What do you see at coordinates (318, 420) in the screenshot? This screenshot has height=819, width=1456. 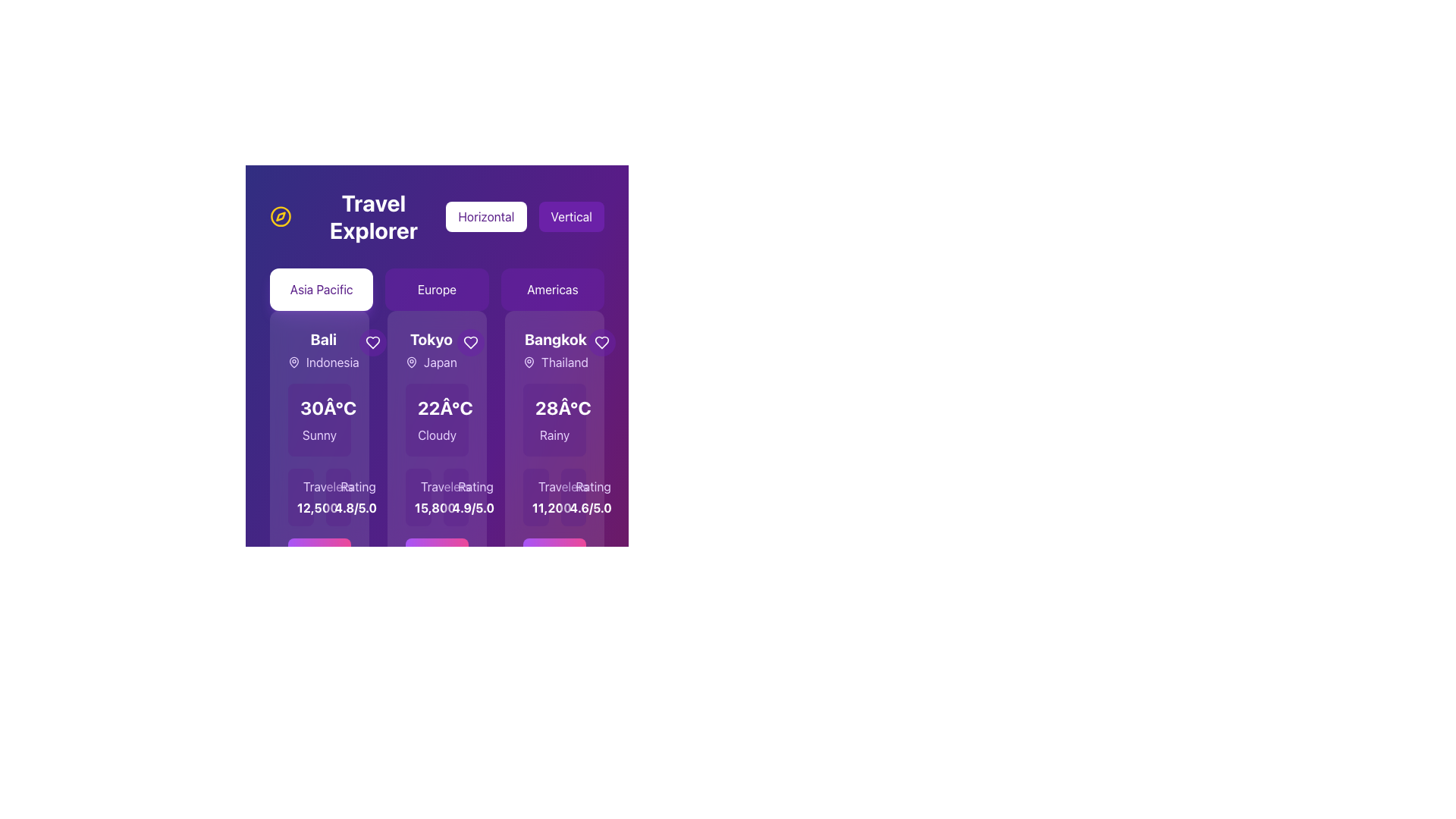 I see `the Weather Information Display that shows the current temperature and weather condition for 'Bali, Indonesia', located in the first column of the 'Asia Pacific' tab, beneath the 'Bali Indonesia' section header` at bounding box center [318, 420].